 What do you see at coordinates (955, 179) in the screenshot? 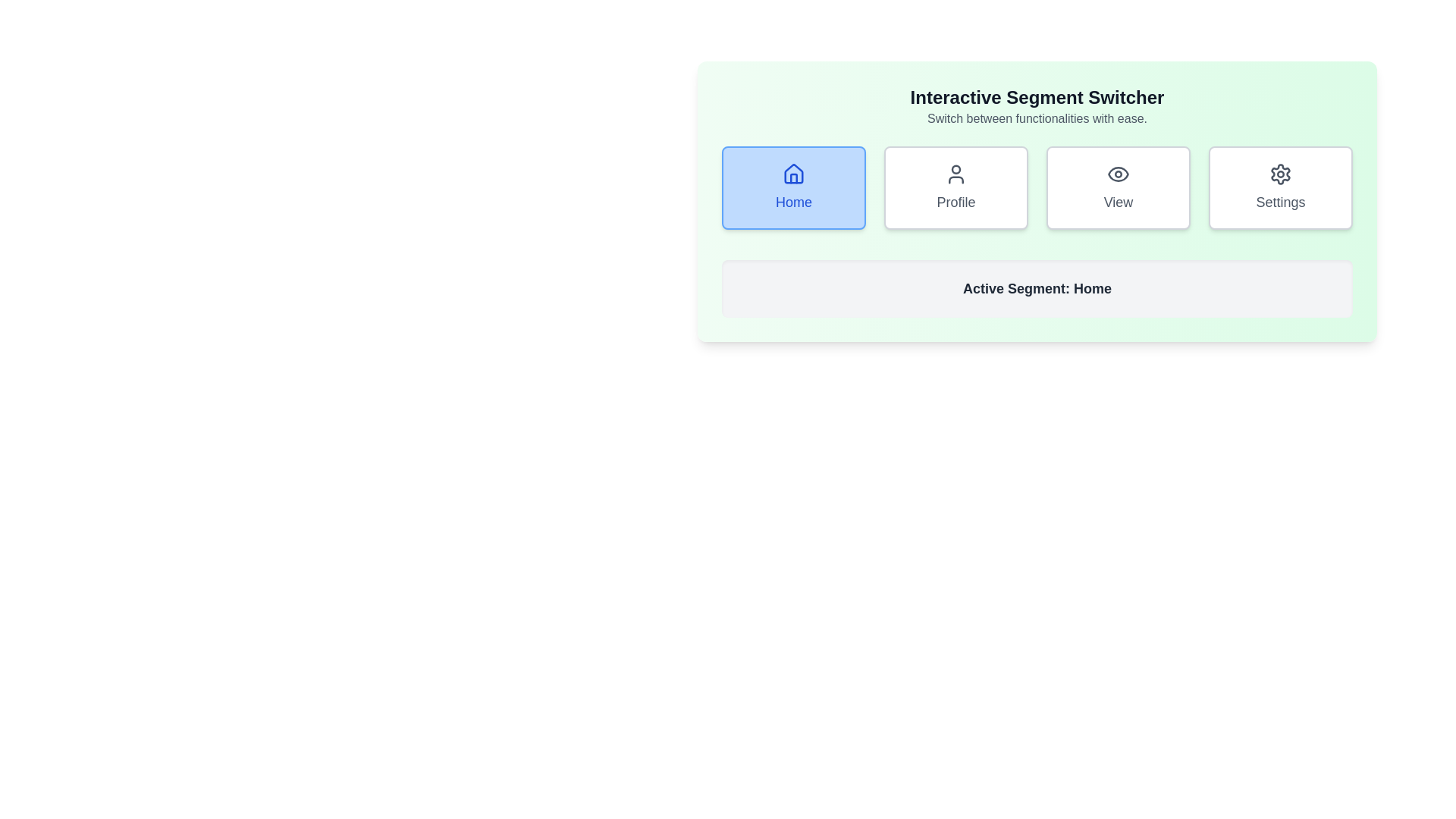
I see `the 'Profile' button, which is the second button from the left in the button group located in the center of the green panel` at bounding box center [955, 179].